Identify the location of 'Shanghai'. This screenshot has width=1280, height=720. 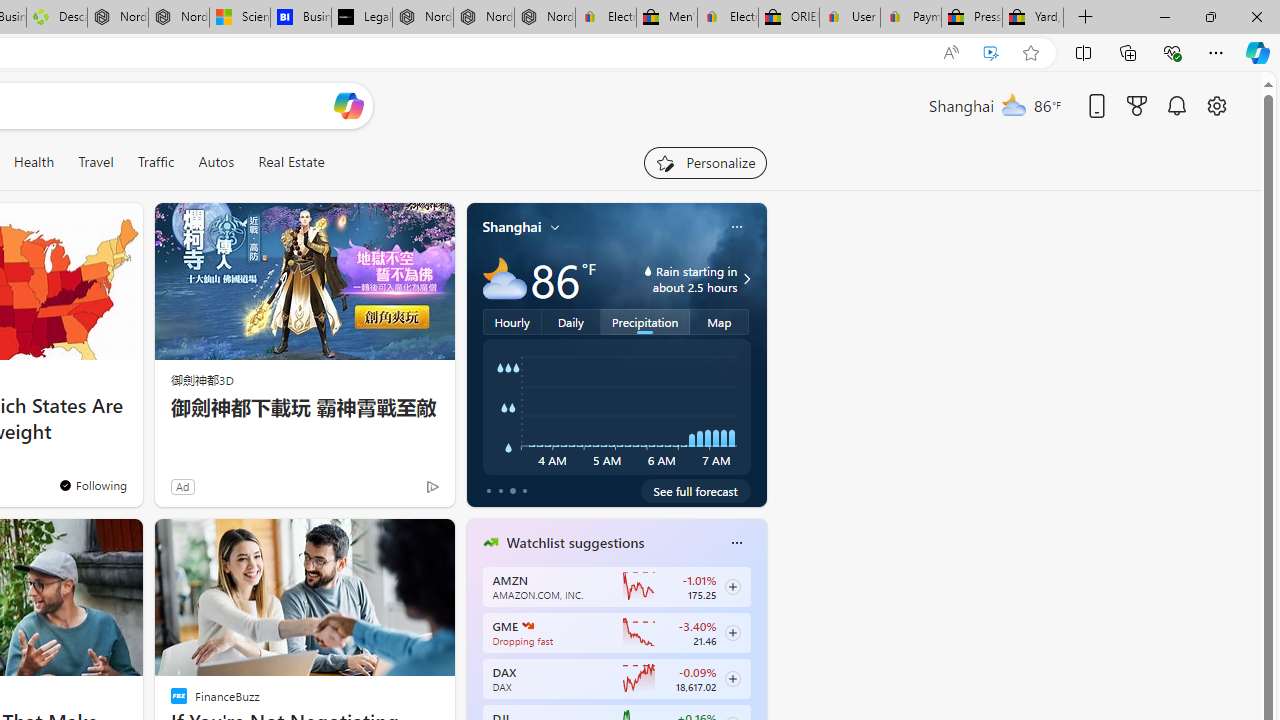
(512, 226).